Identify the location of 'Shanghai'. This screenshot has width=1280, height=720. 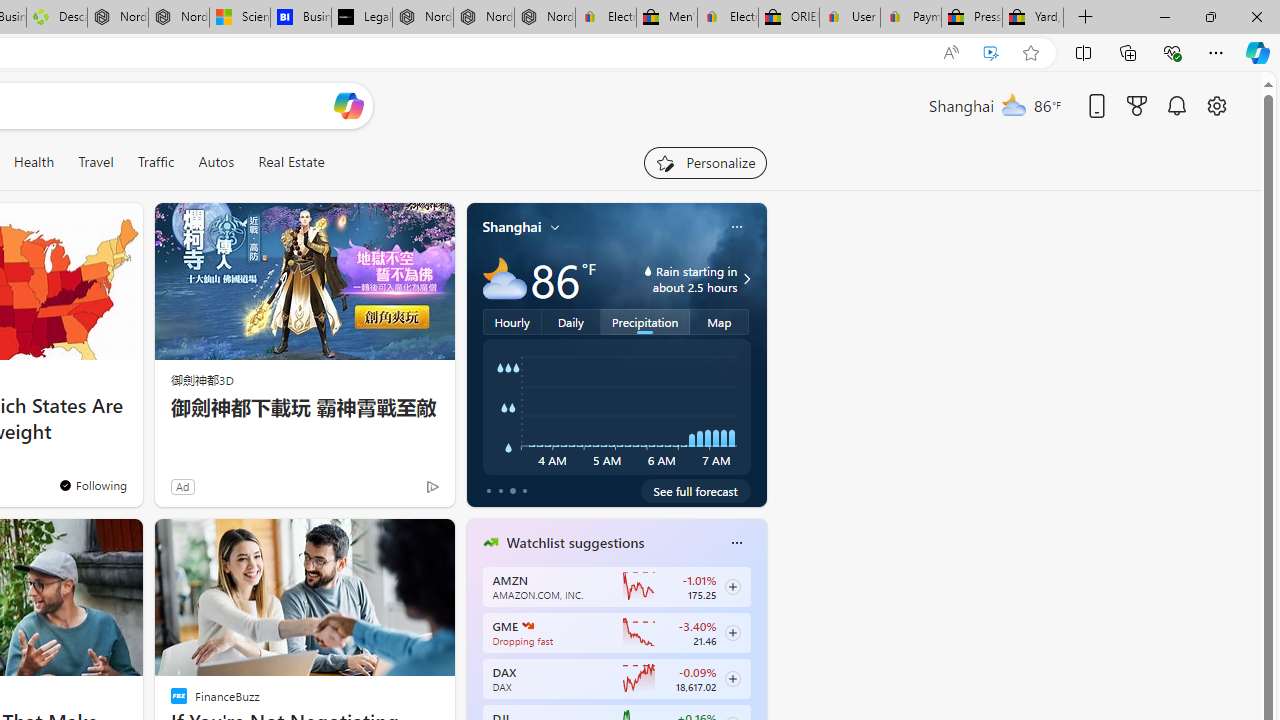
(512, 226).